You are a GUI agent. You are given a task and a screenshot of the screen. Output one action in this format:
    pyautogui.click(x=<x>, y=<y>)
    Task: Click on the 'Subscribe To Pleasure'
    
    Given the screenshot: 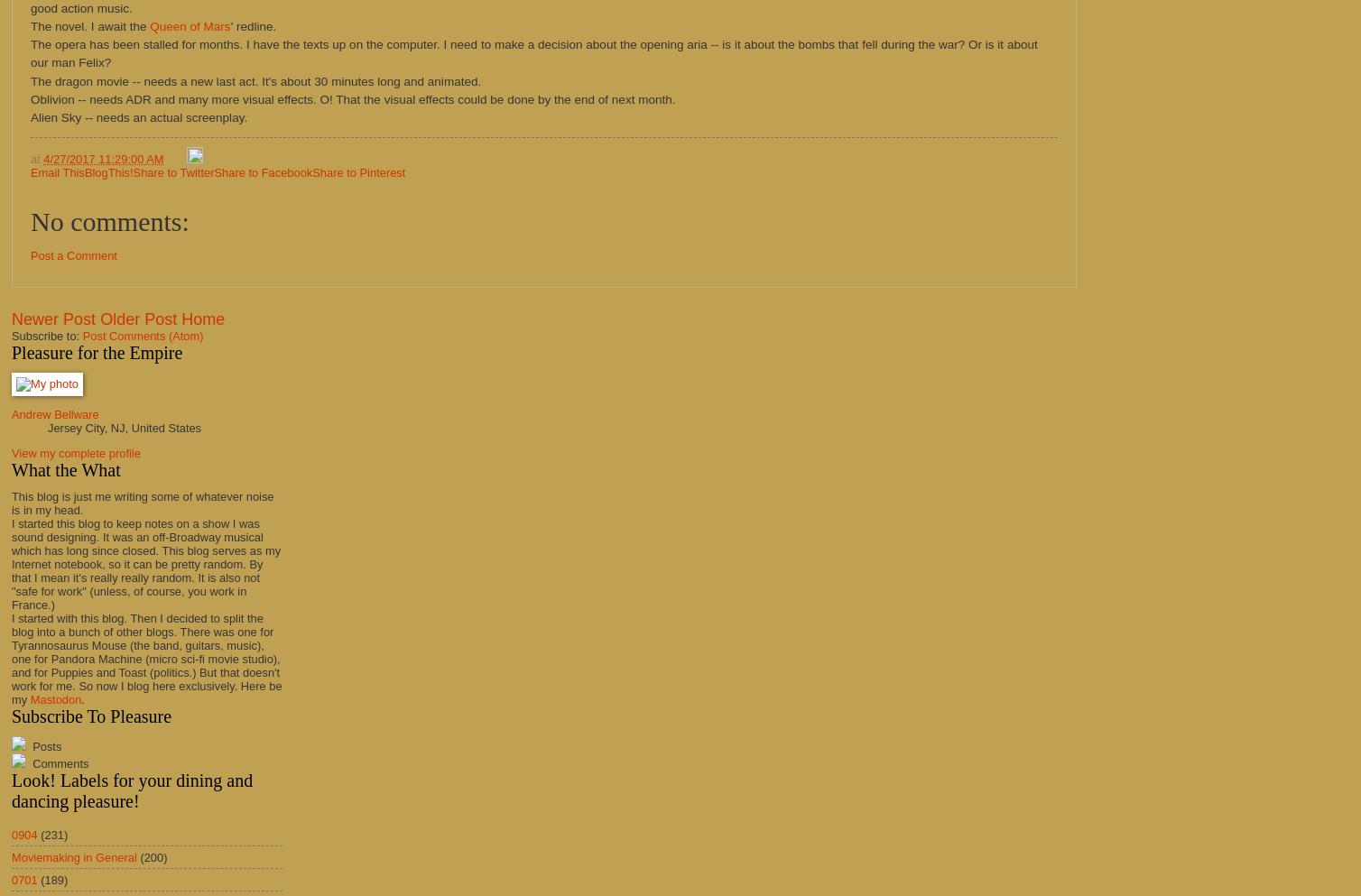 What is the action you would take?
    pyautogui.click(x=91, y=716)
    